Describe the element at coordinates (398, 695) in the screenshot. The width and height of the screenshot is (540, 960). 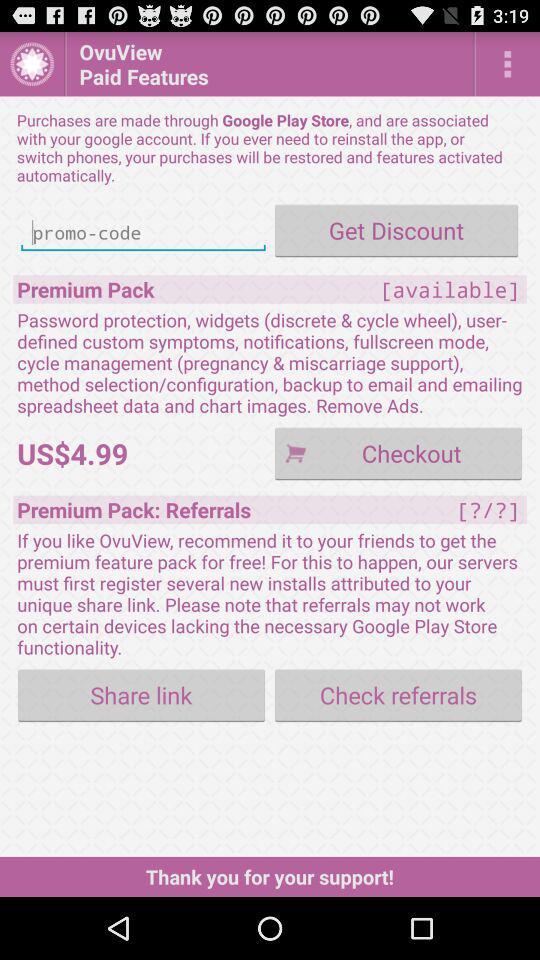
I see `the icon below the if you like` at that location.